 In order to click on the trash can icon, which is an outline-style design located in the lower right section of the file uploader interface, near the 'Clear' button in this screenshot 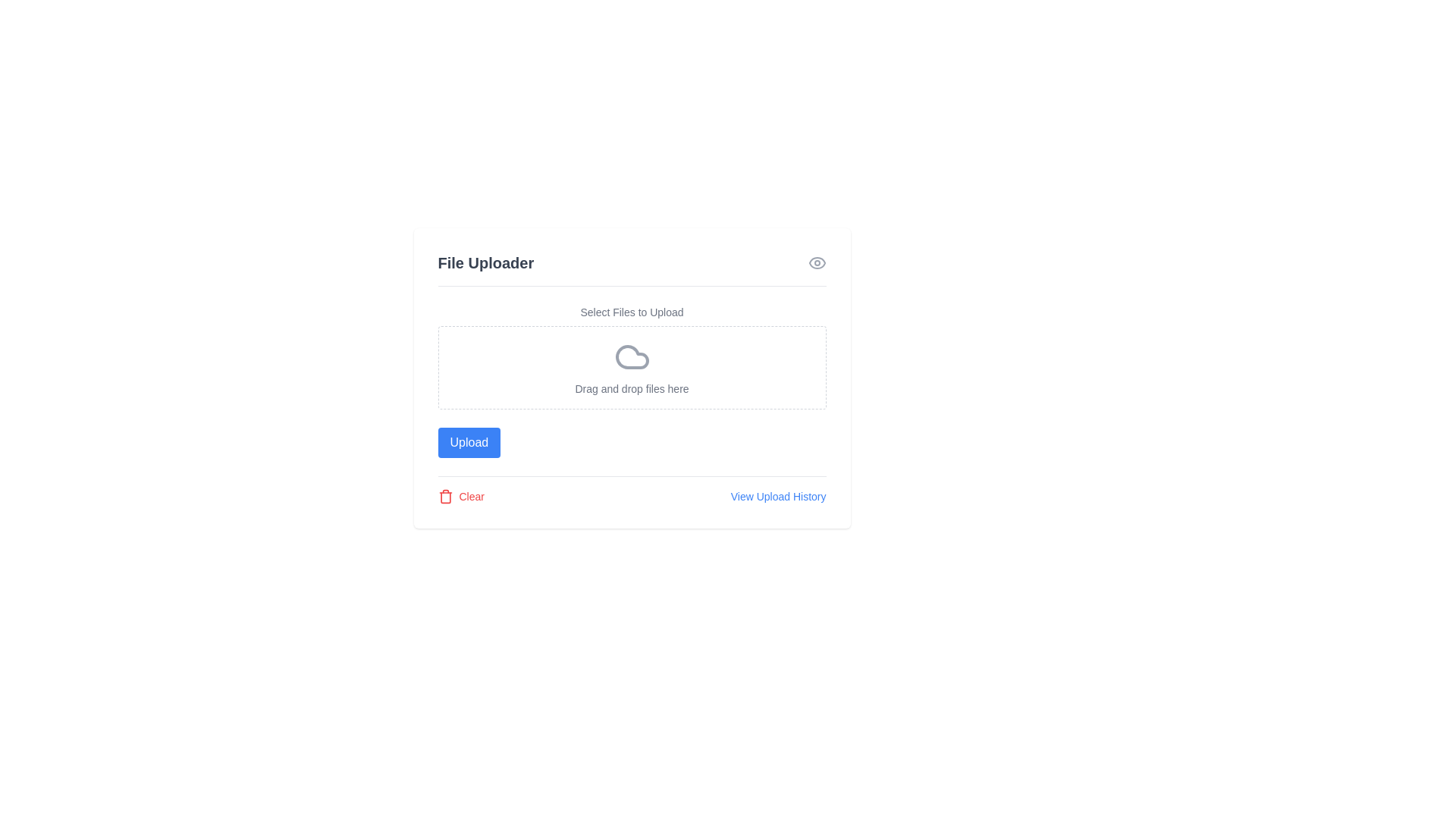, I will do `click(444, 497)`.